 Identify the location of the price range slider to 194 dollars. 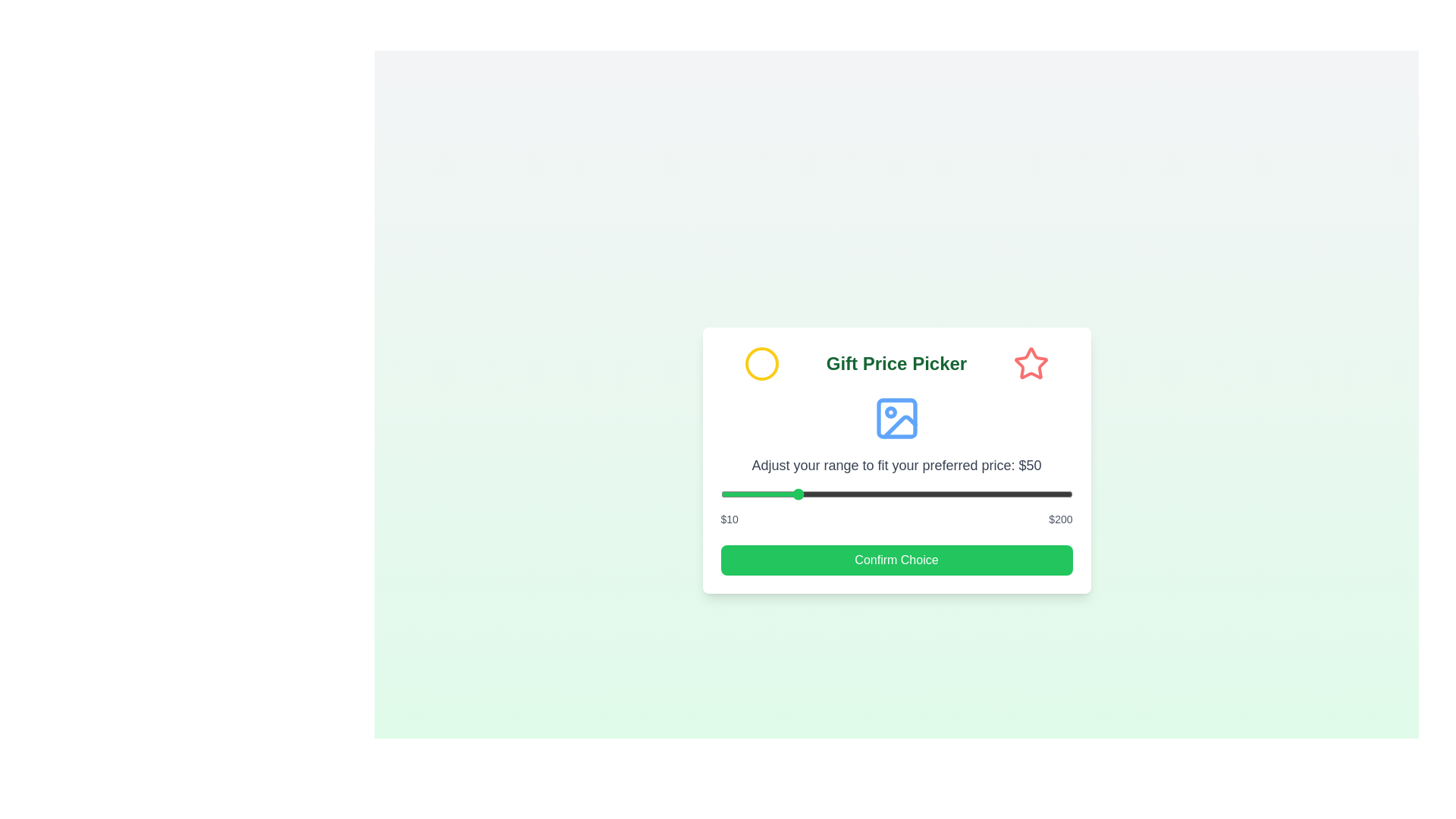
(1060, 494).